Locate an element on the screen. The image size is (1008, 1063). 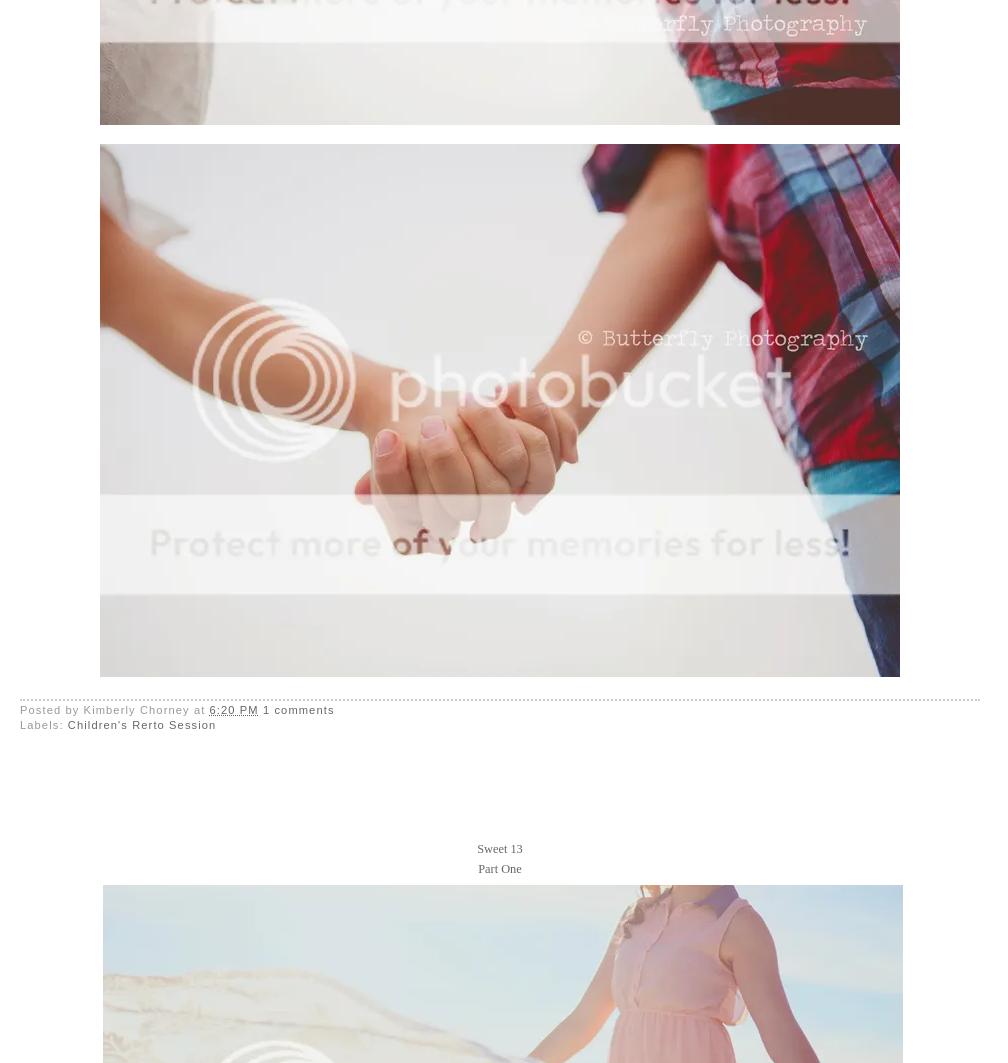
'Part One' is located at coordinates (499, 867).